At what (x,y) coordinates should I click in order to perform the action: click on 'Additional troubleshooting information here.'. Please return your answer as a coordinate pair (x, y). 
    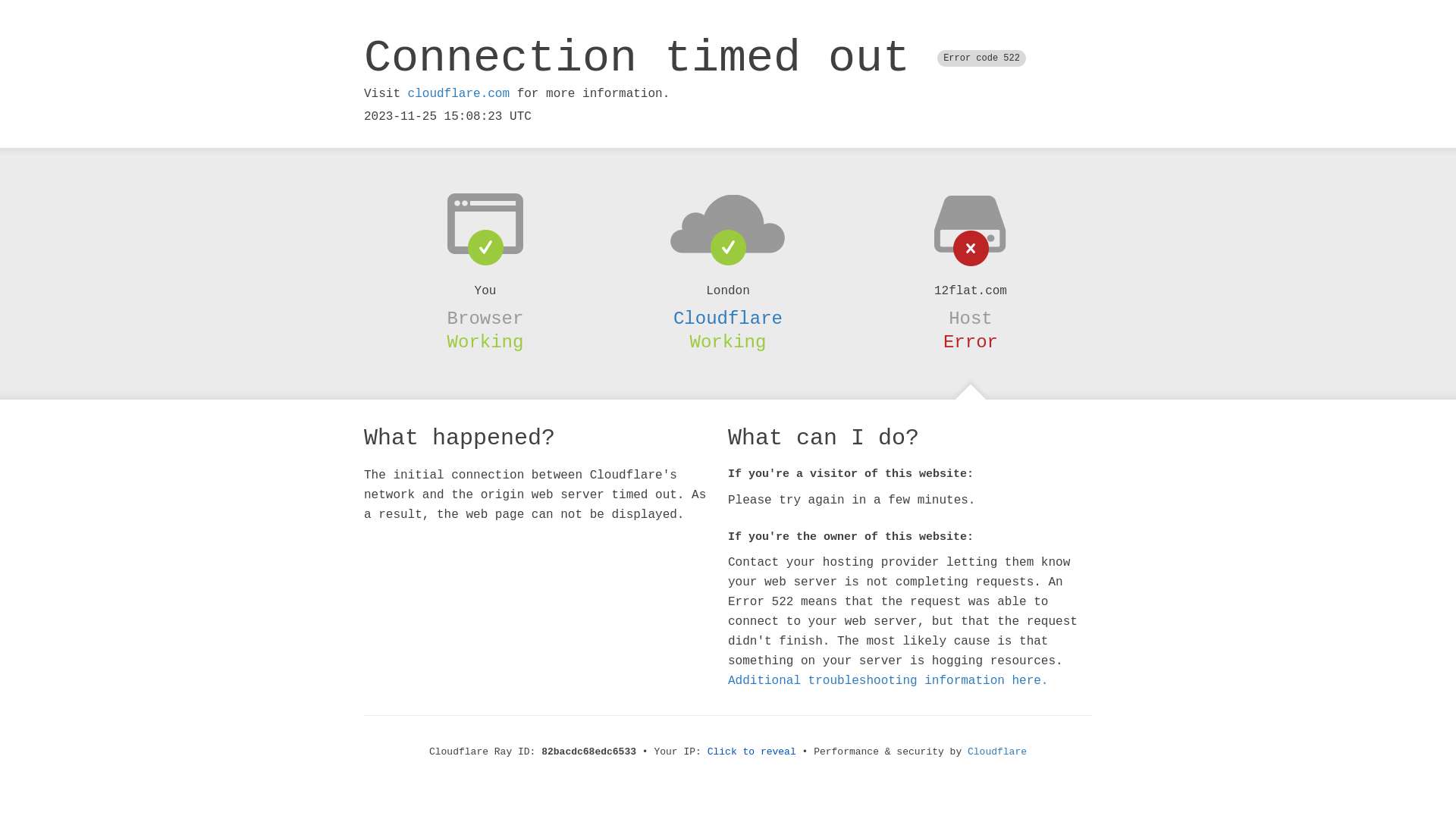
    Looking at the image, I should click on (888, 680).